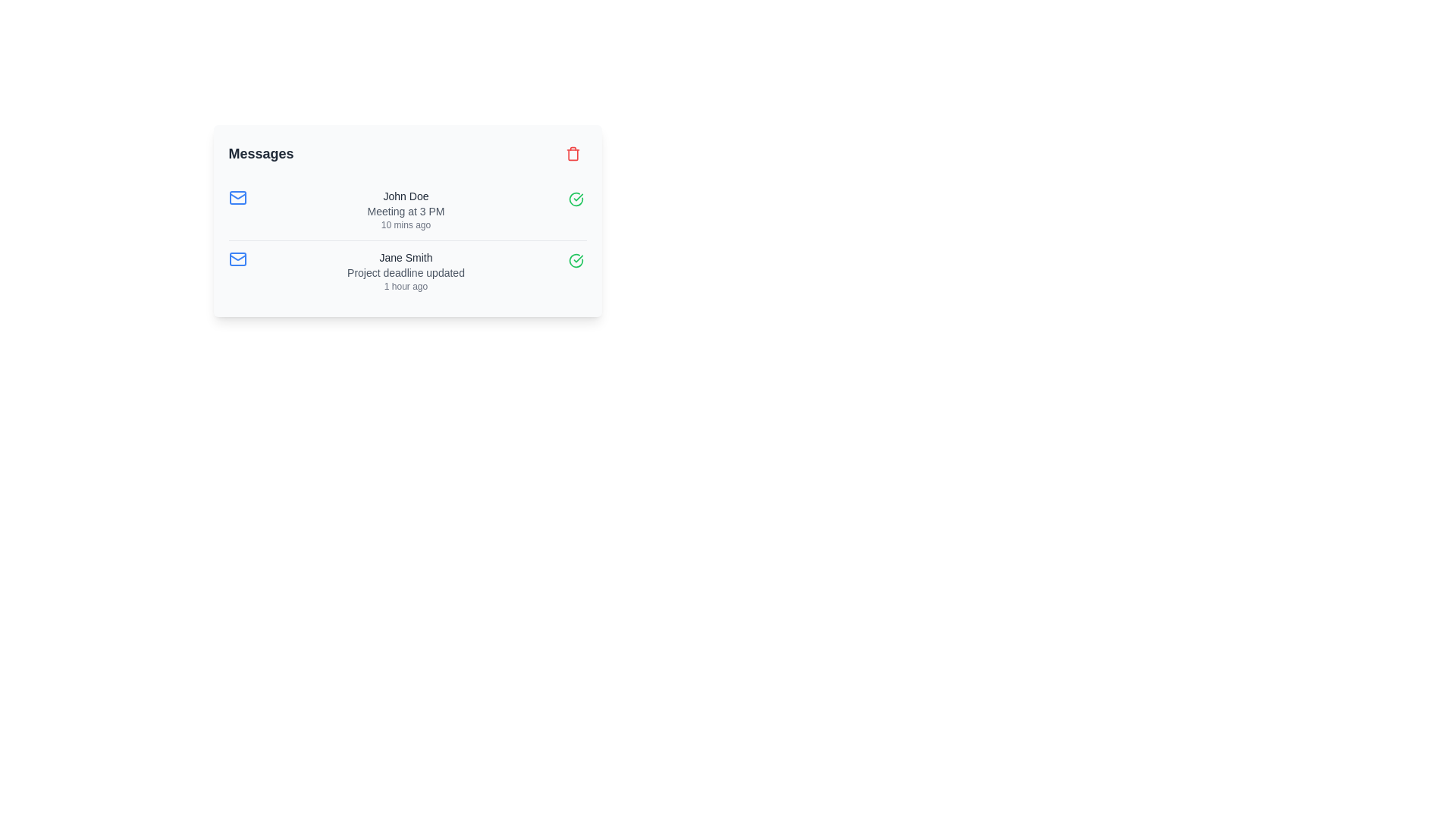 The image size is (1456, 819). I want to click on the small red trash bin icon located at the top-right corner of the 'Messages' panel, so click(572, 154).